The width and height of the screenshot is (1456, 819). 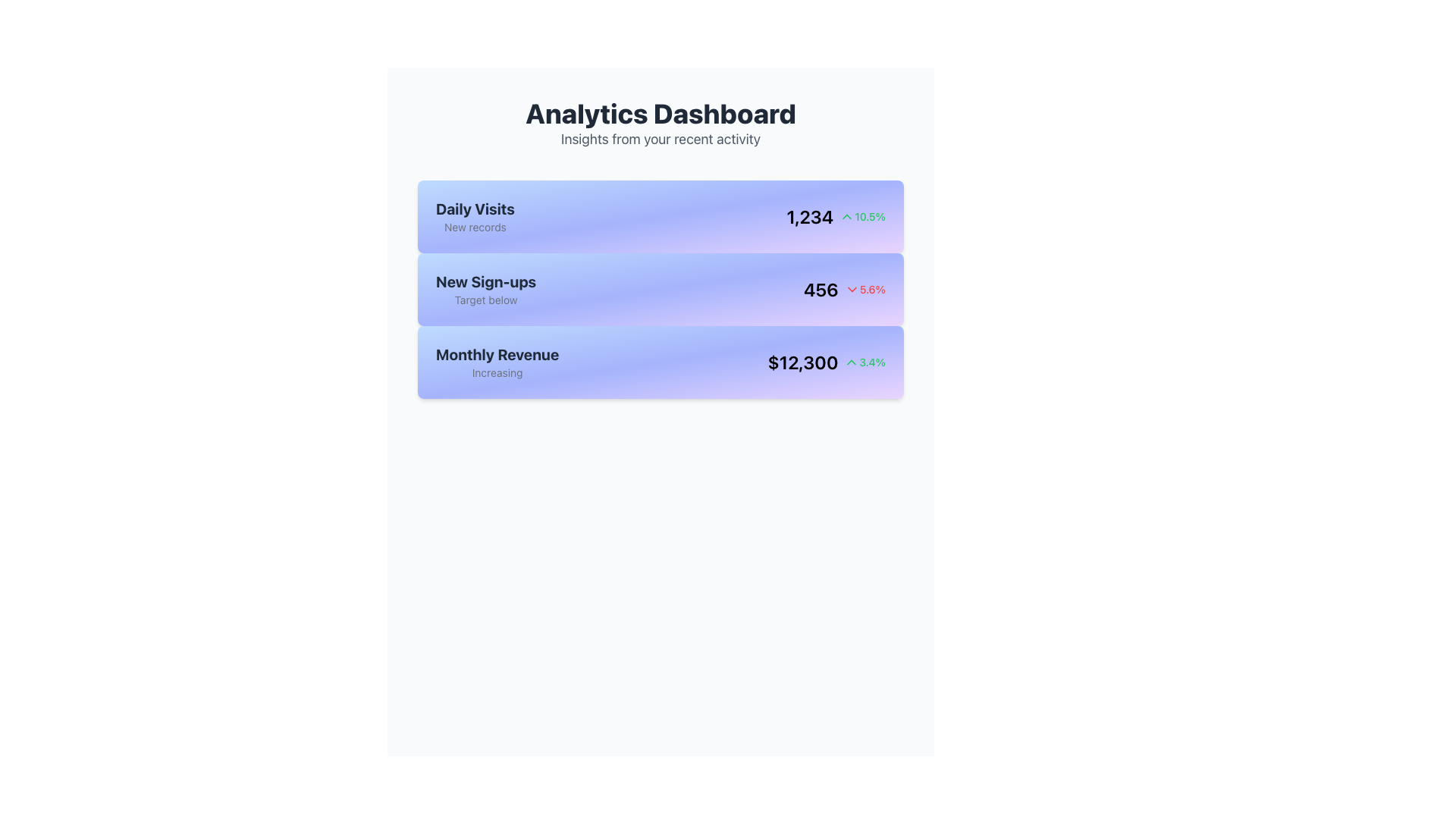 What do you see at coordinates (846, 216) in the screenshot?
I see `the upward trend indicator icon located to the left of the percentage text '10.5%'` at bounding box center [846, 216].